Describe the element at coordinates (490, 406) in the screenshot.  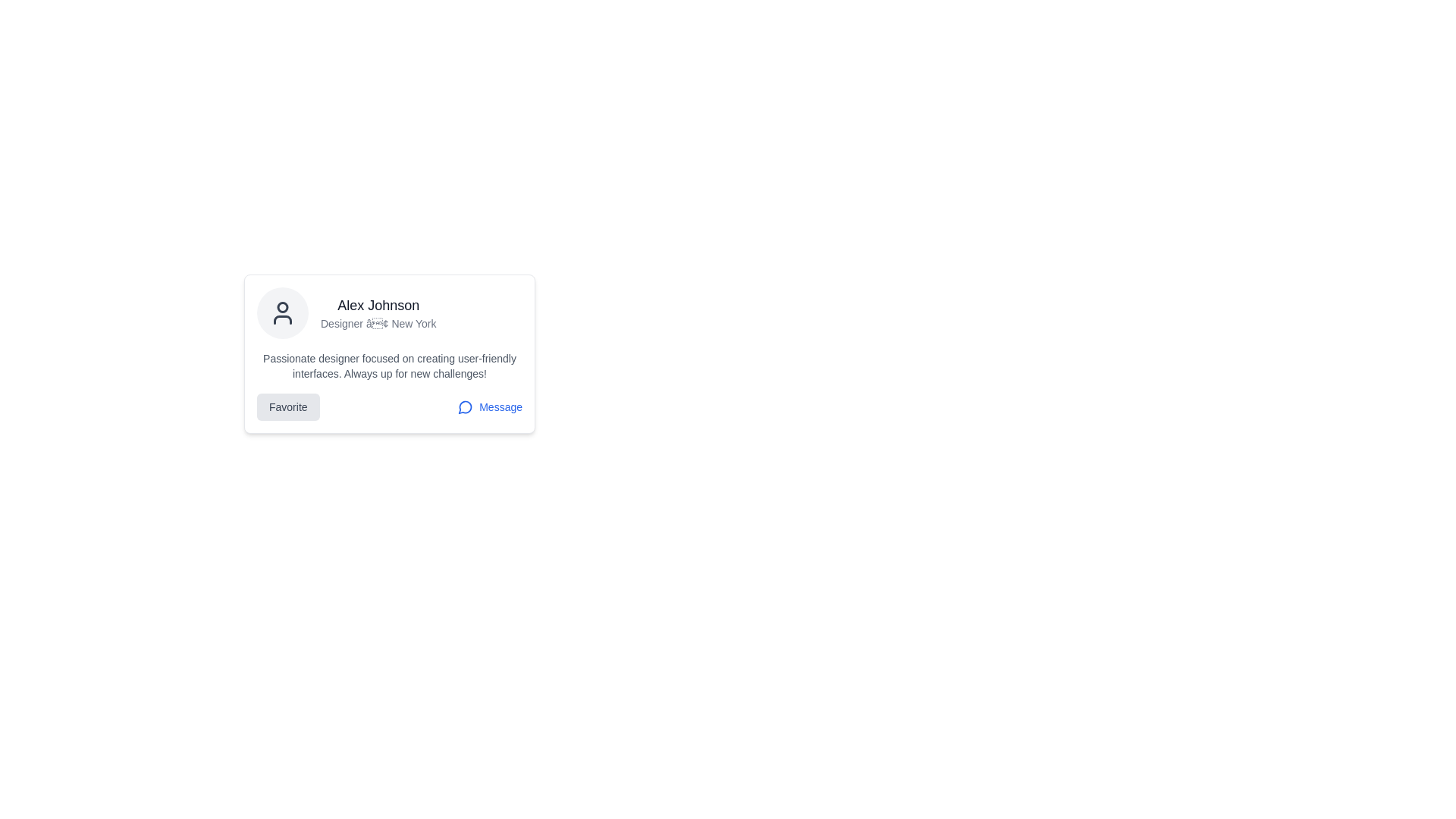
I see `the 'Message' interactive link button, which is styled with blue text and a speech bubble icon` at that location.